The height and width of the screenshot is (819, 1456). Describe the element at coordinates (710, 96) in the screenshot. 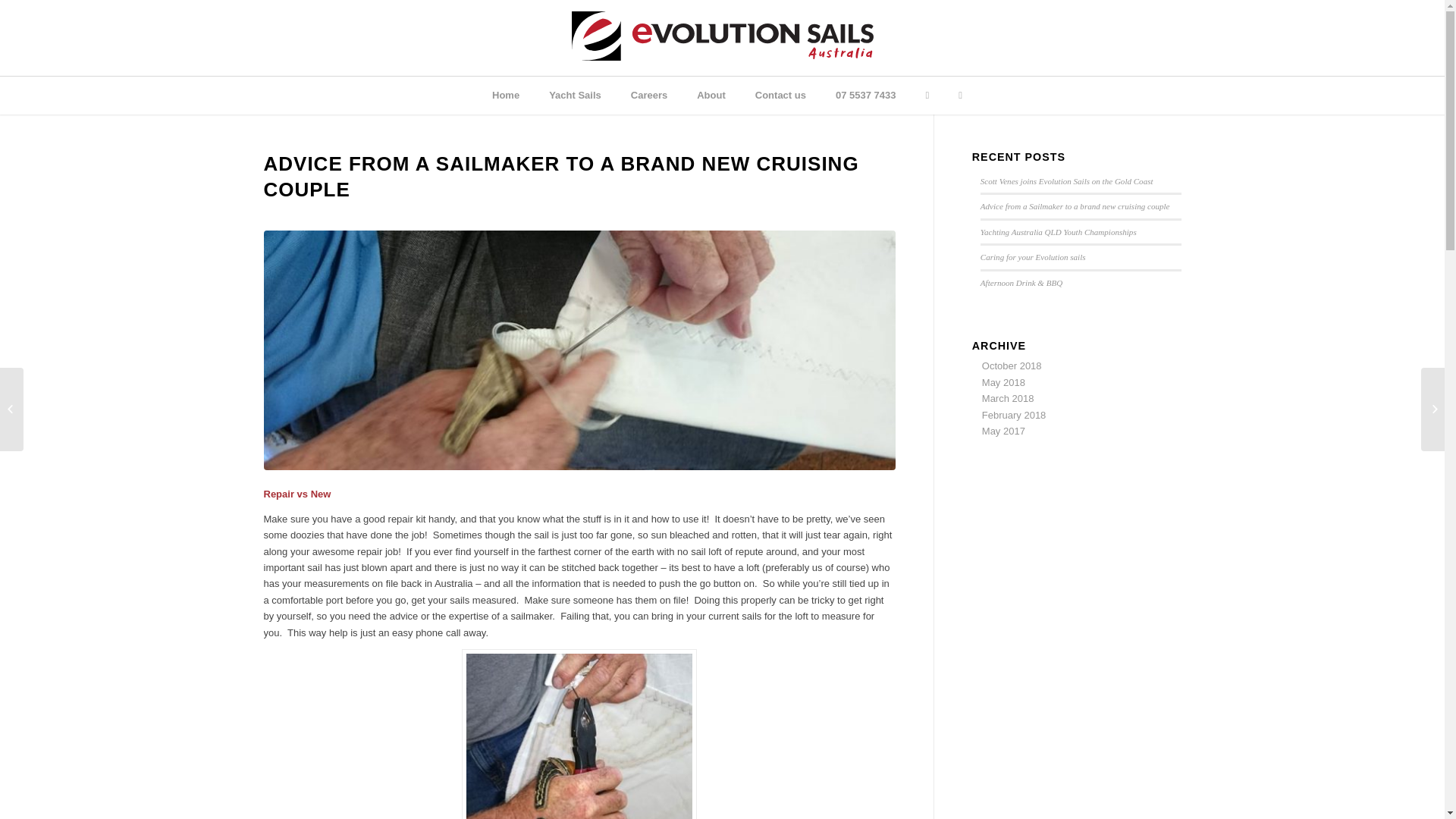

I see `'About'` at that location.